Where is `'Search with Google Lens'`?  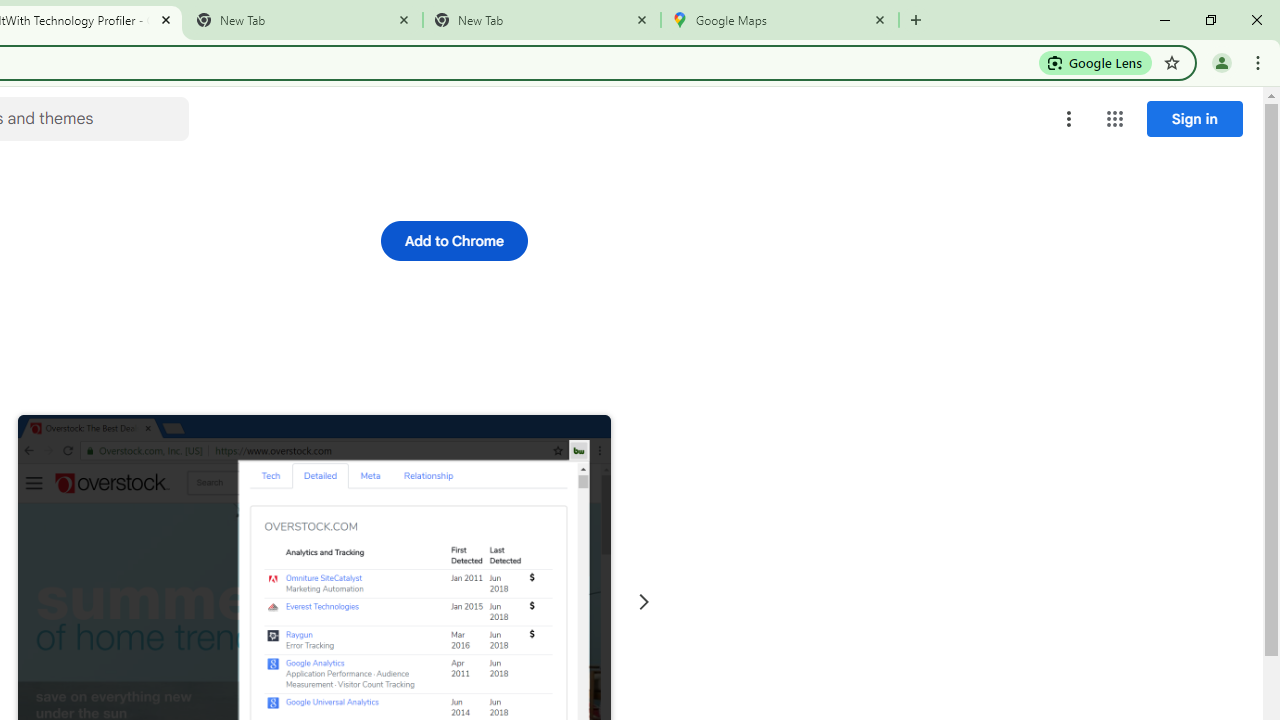 'Search with Google Lens' is located at coordinates (1094, 61).